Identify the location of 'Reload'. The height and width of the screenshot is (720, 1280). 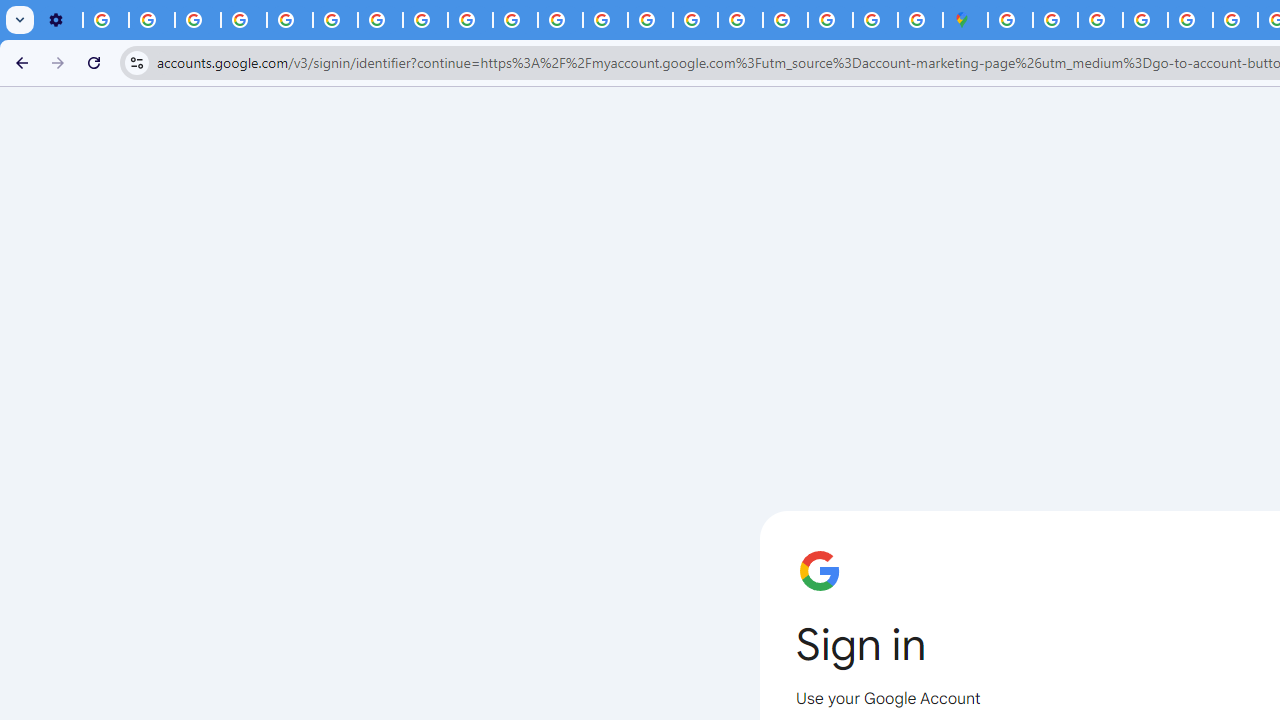
(93, 61).